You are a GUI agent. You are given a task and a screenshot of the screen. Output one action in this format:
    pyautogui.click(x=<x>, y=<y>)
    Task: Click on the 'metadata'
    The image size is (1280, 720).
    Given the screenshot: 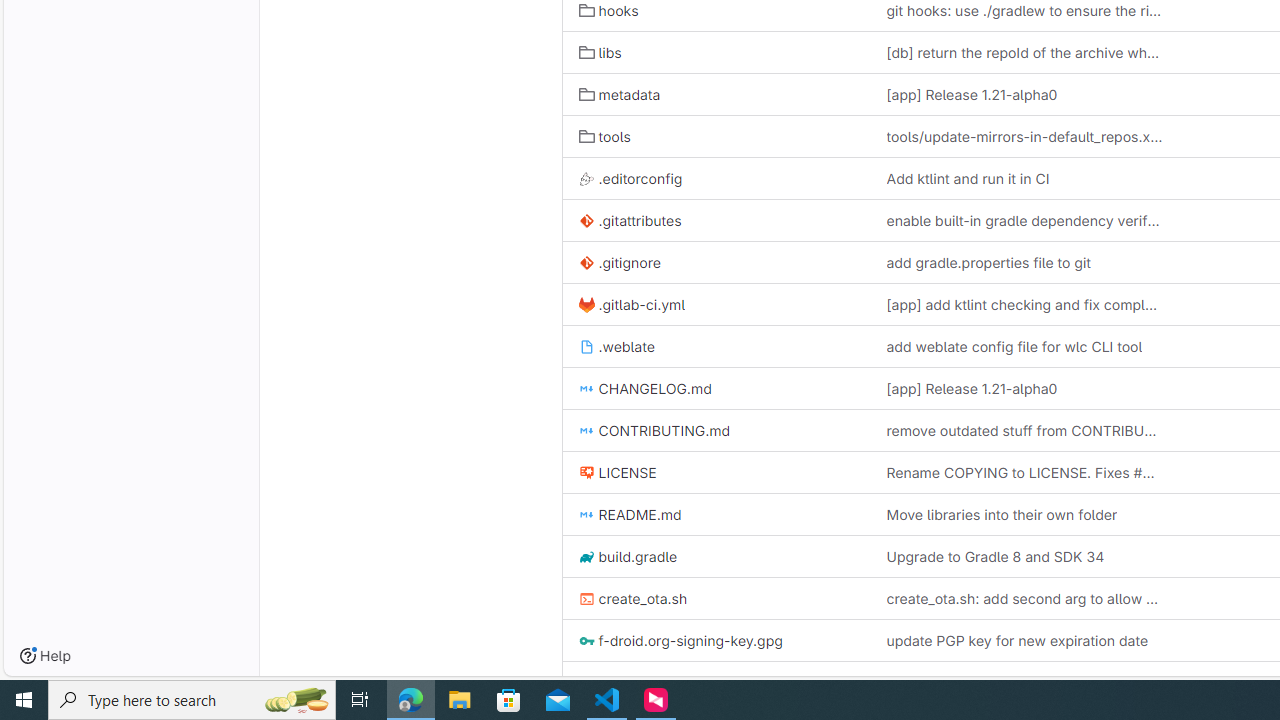 What is the action you would take?
    pyautogui.click(x=618, y=95)
    